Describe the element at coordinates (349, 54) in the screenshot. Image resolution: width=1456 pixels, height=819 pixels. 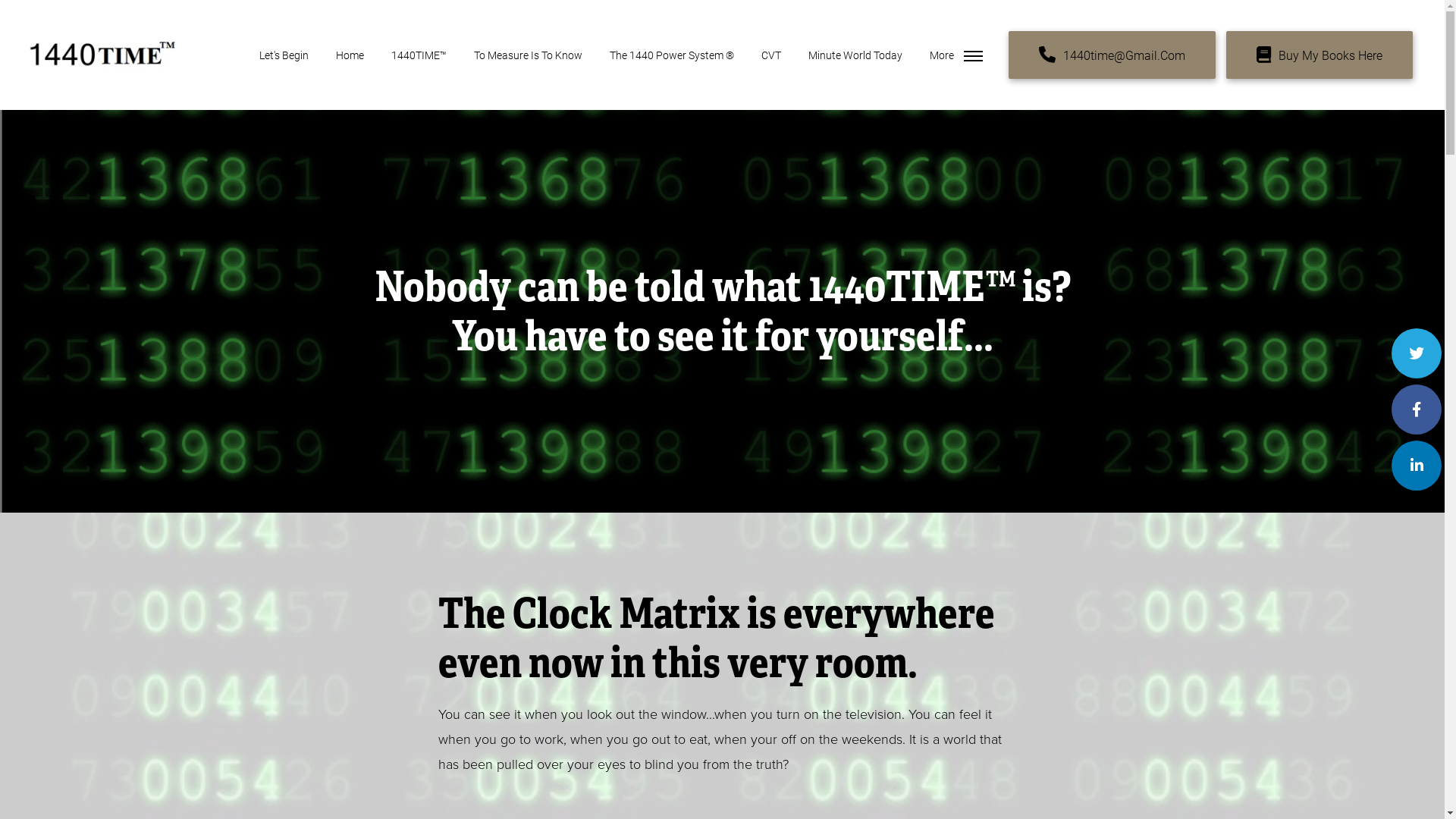
I see `'Home'` at that location.